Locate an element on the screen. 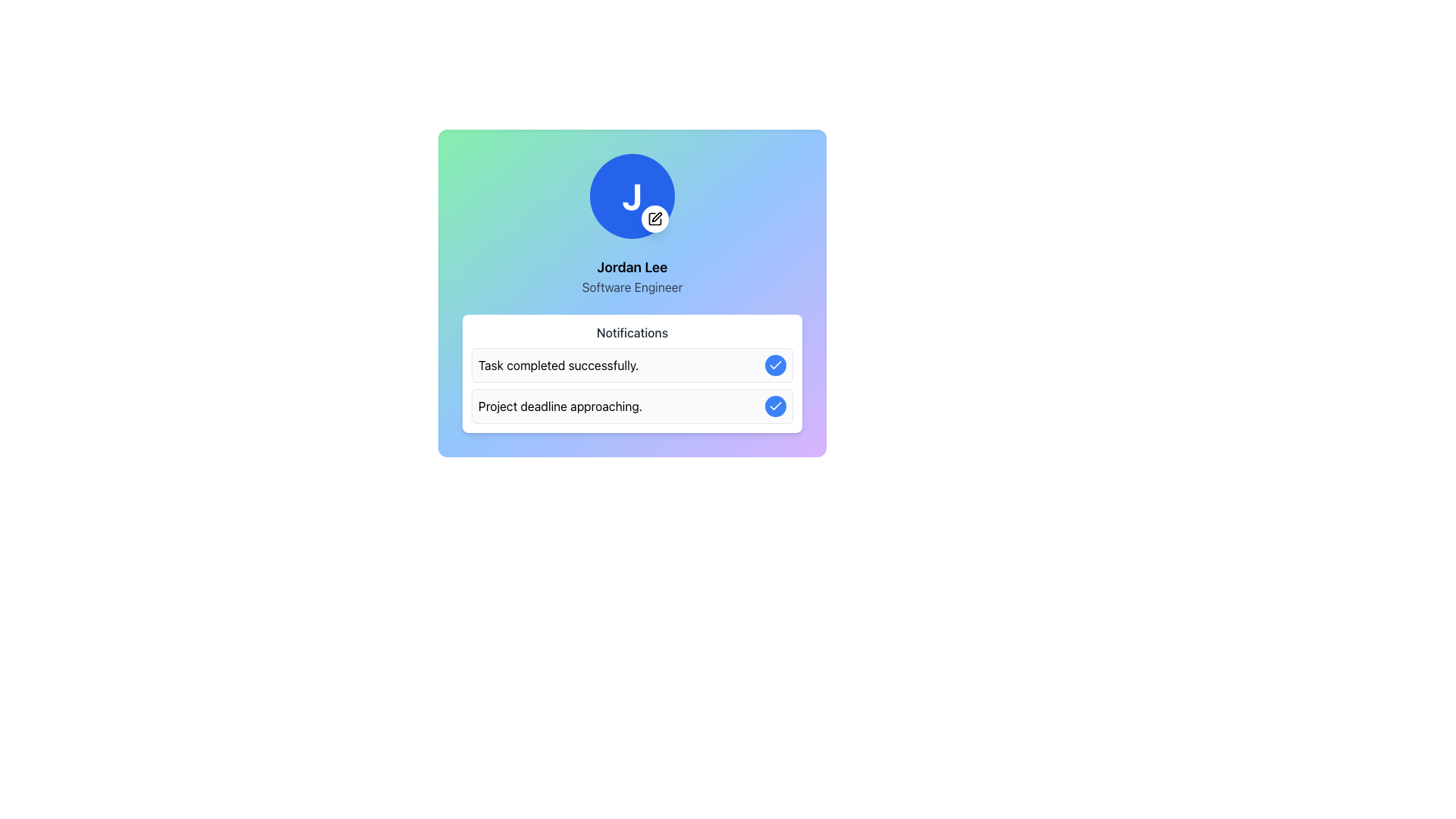  text displayed in the user identification label located below the circular avatar with the letter 'J' and above the notification section is located at coordinates (632, 277).